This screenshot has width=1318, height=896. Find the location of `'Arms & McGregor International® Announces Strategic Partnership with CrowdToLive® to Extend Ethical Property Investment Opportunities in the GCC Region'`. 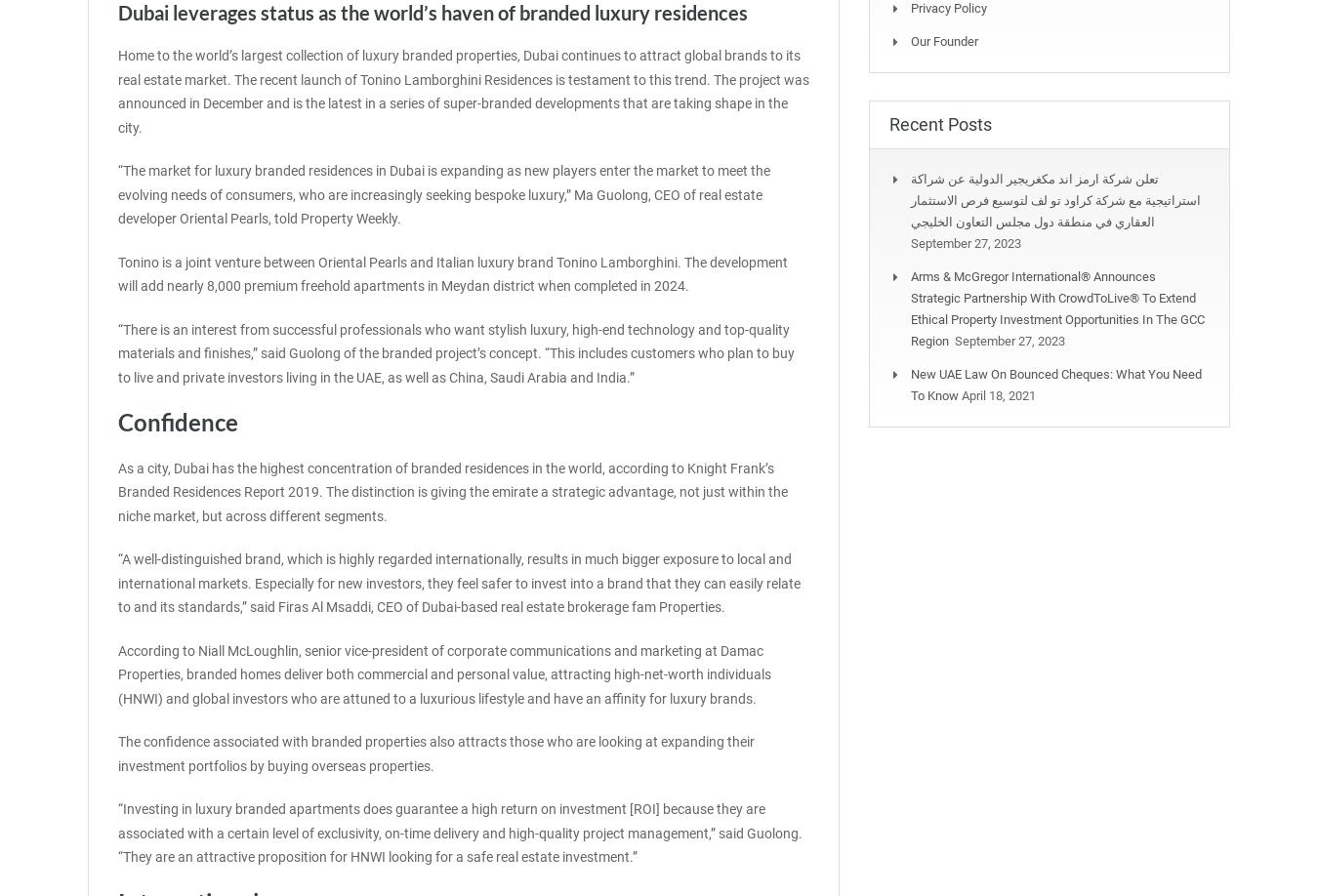

'Arms & McGregor International® Announces Strategic Partnership with CrowdToLive® to Extend Ethical Property Investment Opportunities in the GCC Region' is located at coordinates (1057, 308).